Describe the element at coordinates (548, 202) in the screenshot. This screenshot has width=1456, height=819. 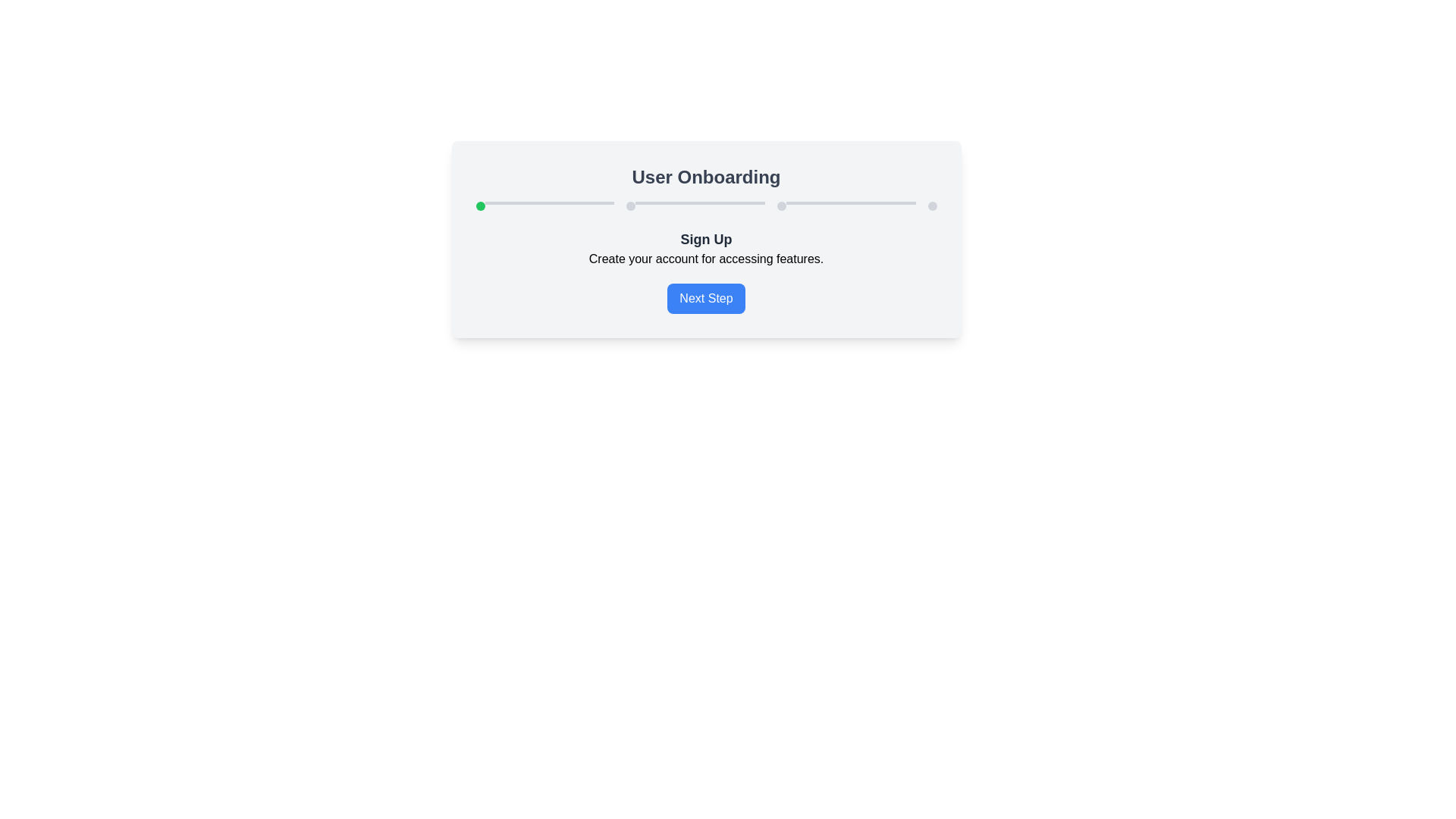
I see `the first progress bar segment, which is a horizontal rectangular bar with a light gray background, located right of a small filled green circle and left of another light gray circular indicator` at that location.